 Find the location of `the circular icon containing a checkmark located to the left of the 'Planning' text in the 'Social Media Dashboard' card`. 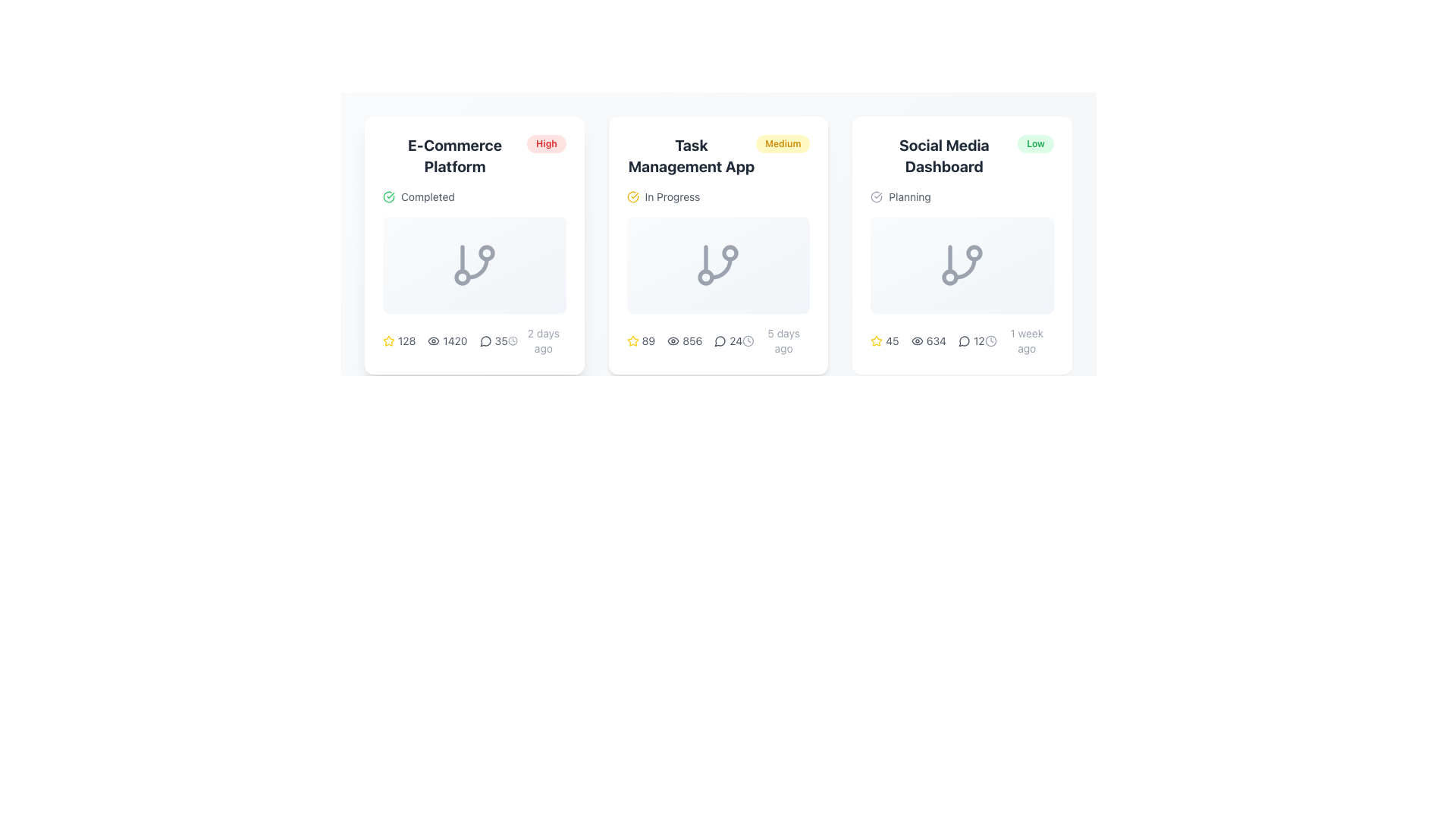

the circular icon containing a checkmark located to the left of the 'Planning' text in the 'Social Media Dashboard' card is located at coordinates (877, 196).